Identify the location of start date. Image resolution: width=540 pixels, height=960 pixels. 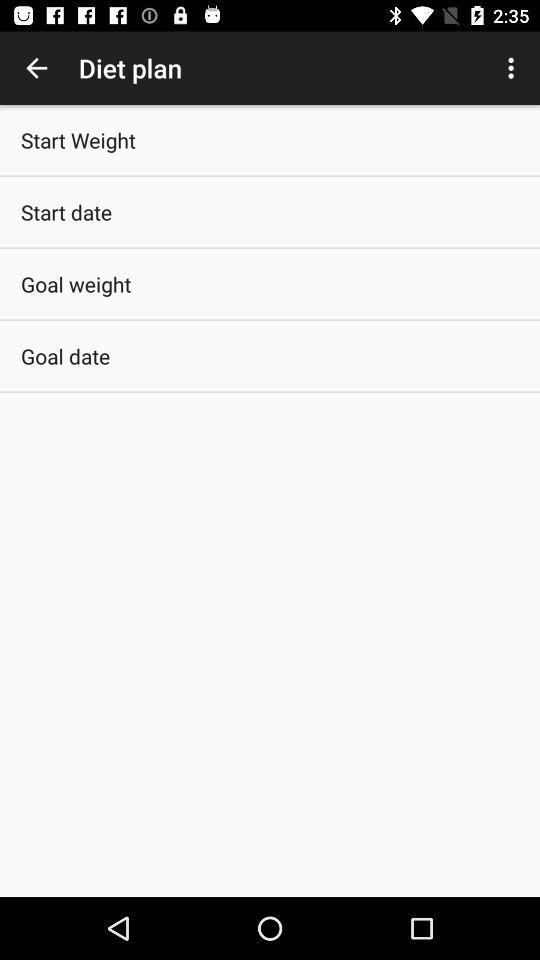
(66, 212).